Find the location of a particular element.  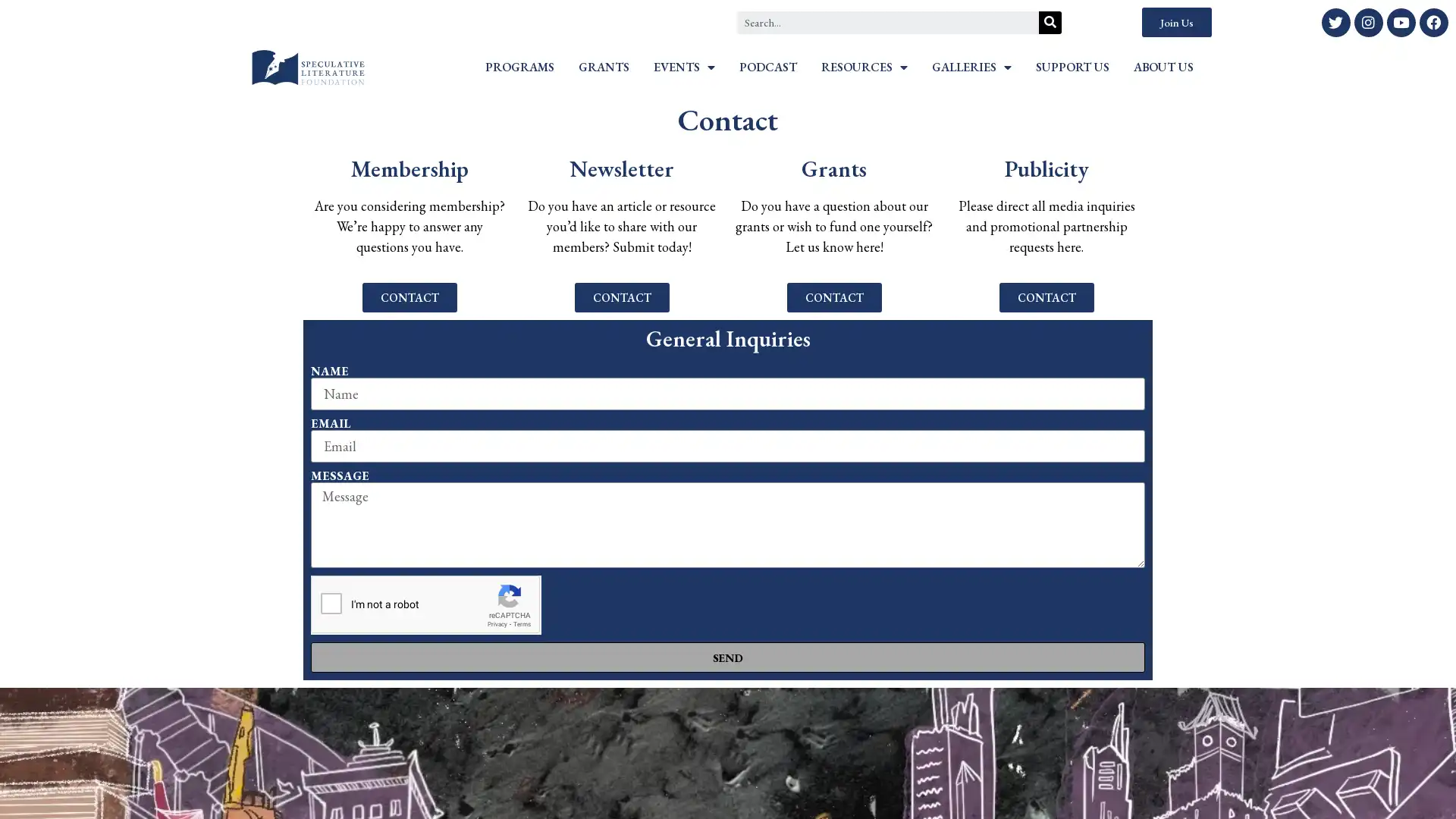

CONTACT is located at coordinates (621, 297).